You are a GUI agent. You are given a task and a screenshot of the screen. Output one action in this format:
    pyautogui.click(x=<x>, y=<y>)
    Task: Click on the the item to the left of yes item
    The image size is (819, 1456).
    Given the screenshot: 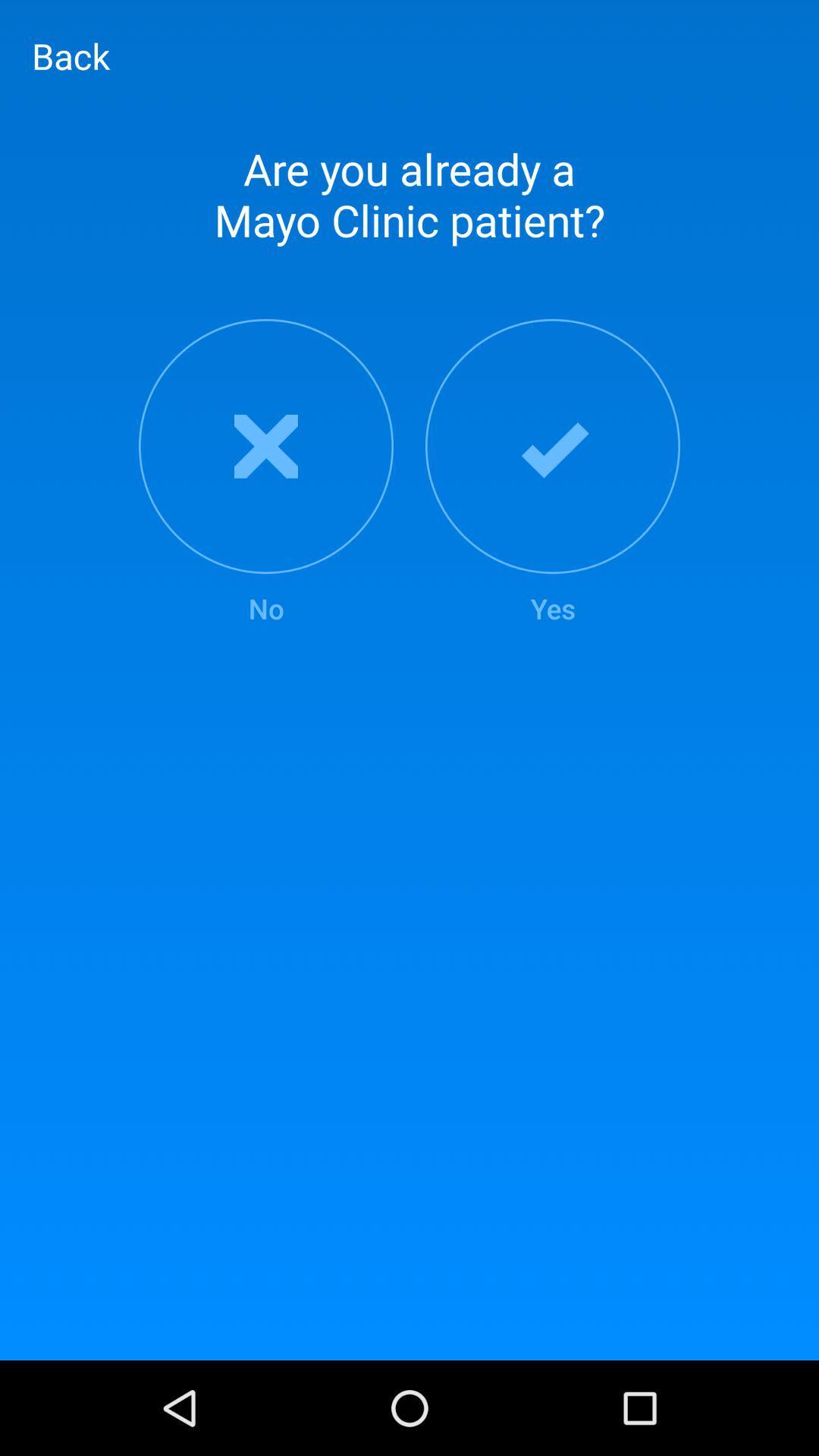 What is the action you would take?
    pyautogui.click(x=265, y=472)
    